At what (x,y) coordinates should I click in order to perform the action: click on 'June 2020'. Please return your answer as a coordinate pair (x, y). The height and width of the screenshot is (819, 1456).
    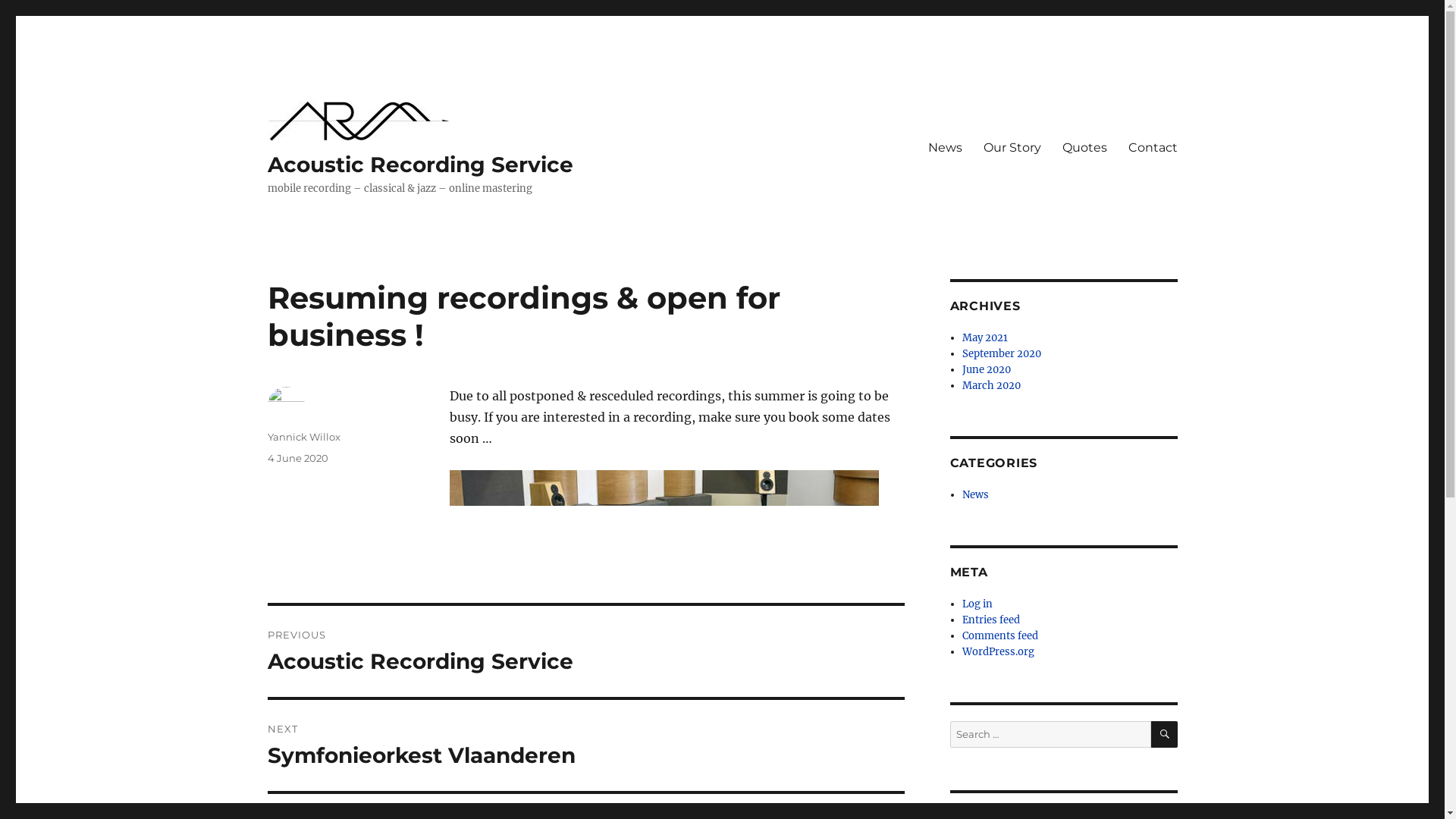
    Looking at the image, I should click on (961, 369).